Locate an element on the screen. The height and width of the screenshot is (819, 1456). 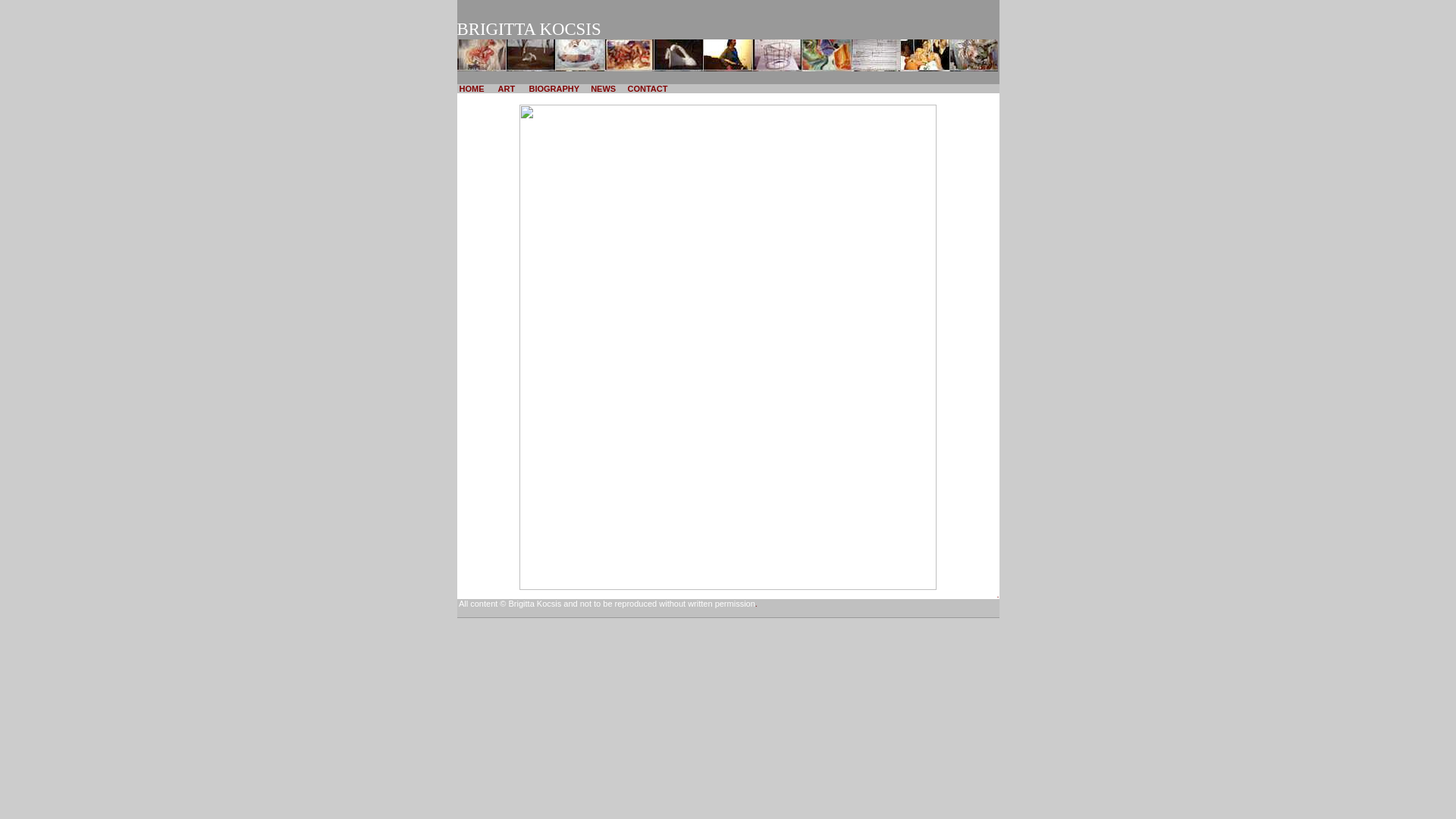
'BIOGRAPHY' is located at coordinates (526, 88).